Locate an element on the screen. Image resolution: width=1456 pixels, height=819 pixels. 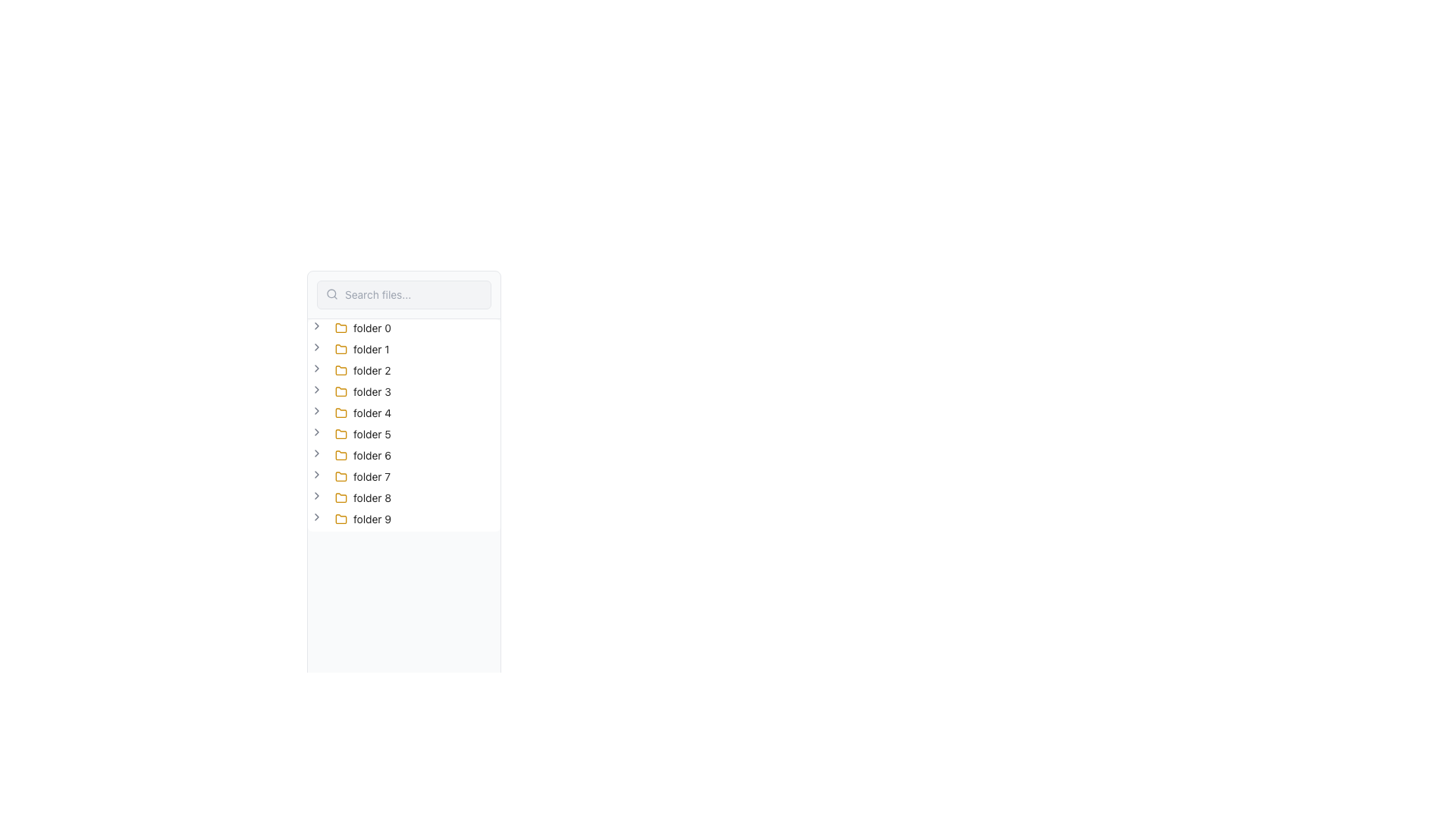
the second item in the collapsible tree node list, located below 'folder 0' and above 'folder 2' is located at coordinates (350, 350).